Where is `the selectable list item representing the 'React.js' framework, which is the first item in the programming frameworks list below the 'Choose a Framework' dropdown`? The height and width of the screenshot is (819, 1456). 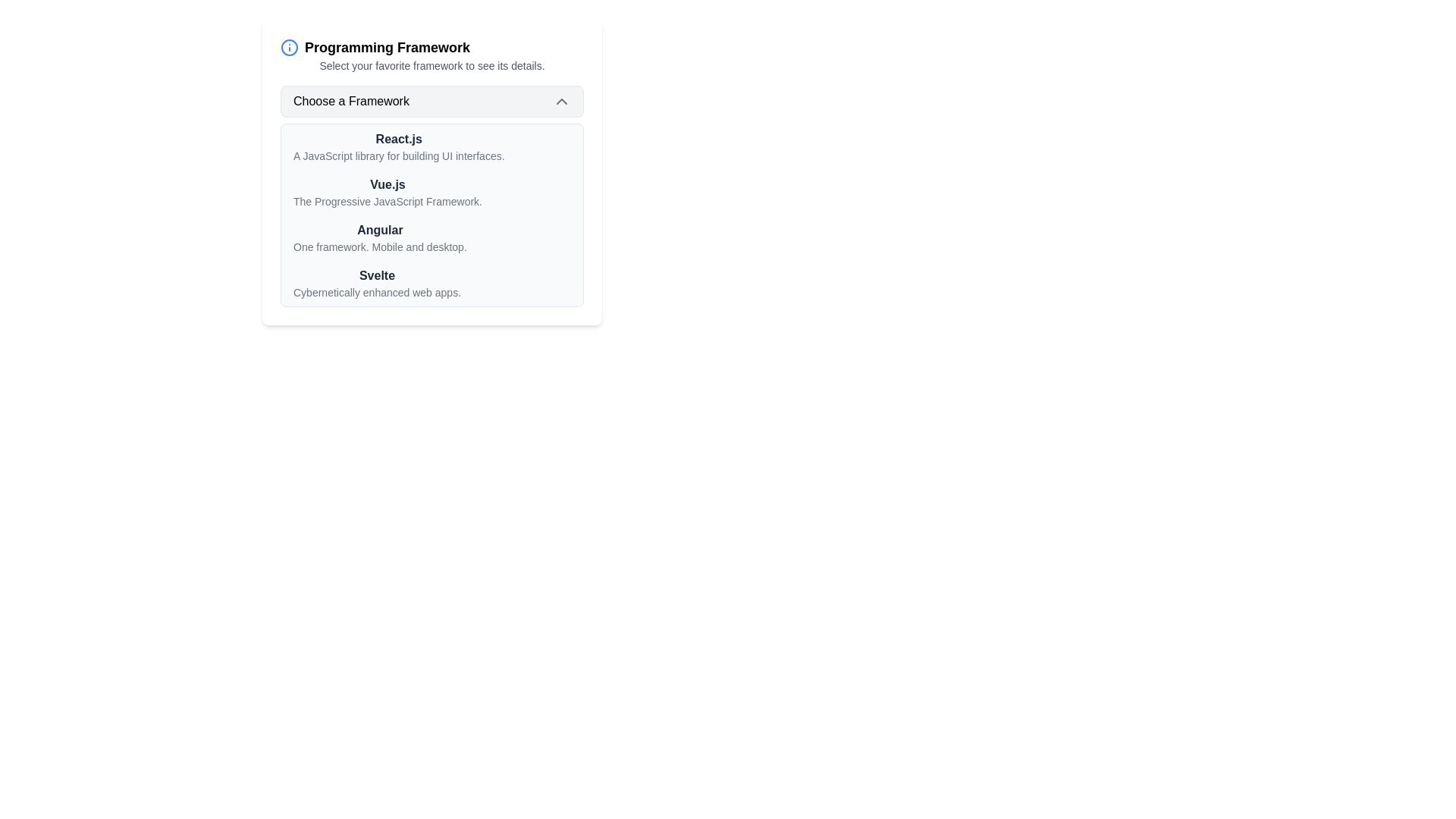 the selectable list item representing the 'React.js' framework, which is the first item in the programming frameworks list below the 'Choose a Framework' dropdown is located at coordinates (431, 146).